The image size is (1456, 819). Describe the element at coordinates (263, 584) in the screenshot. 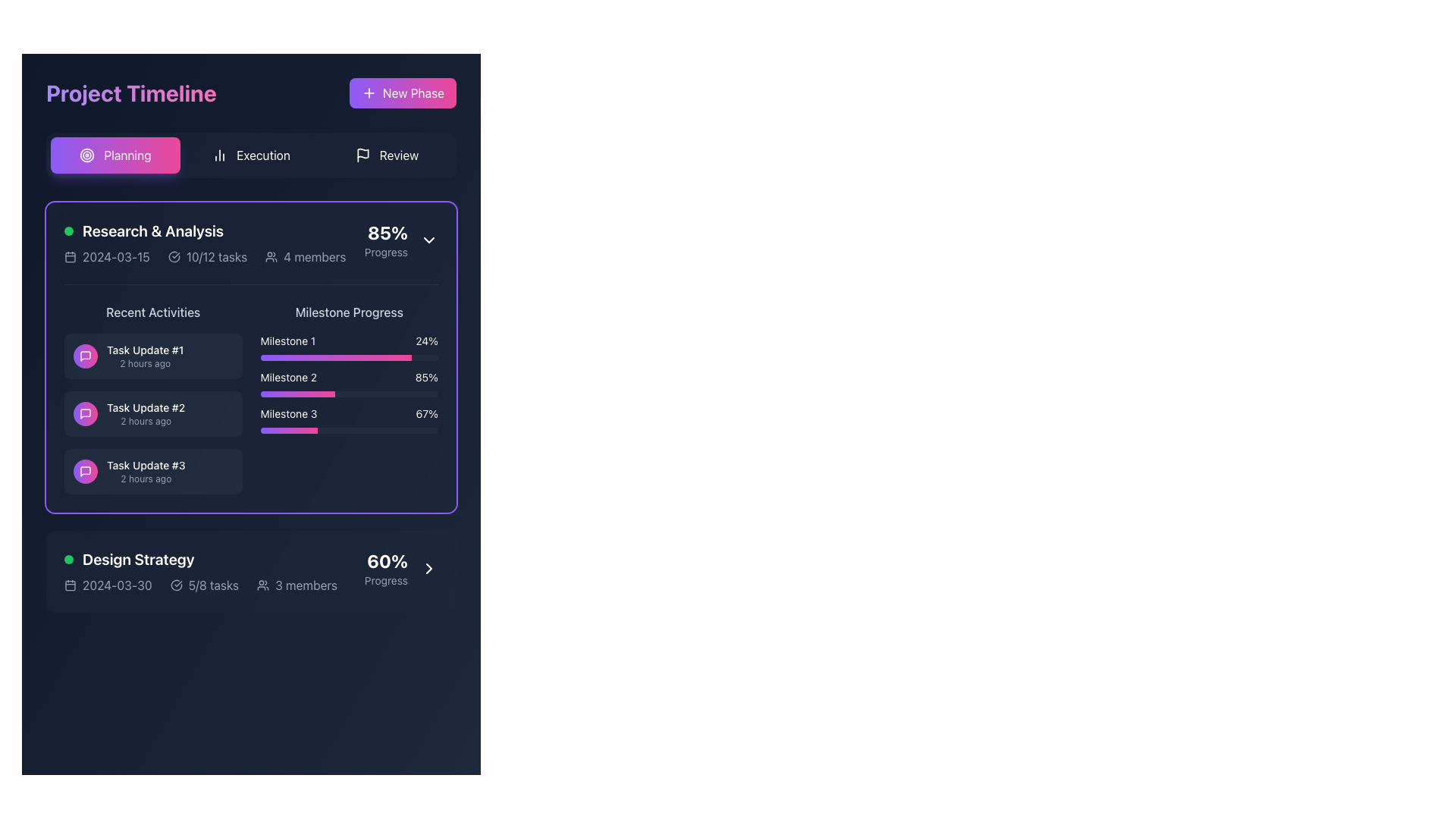

I see `the team members icon located in the 'Design Strategy' milestone section, positioned to the left of the text '3 members' and below '5/8 tasks'` at that location.